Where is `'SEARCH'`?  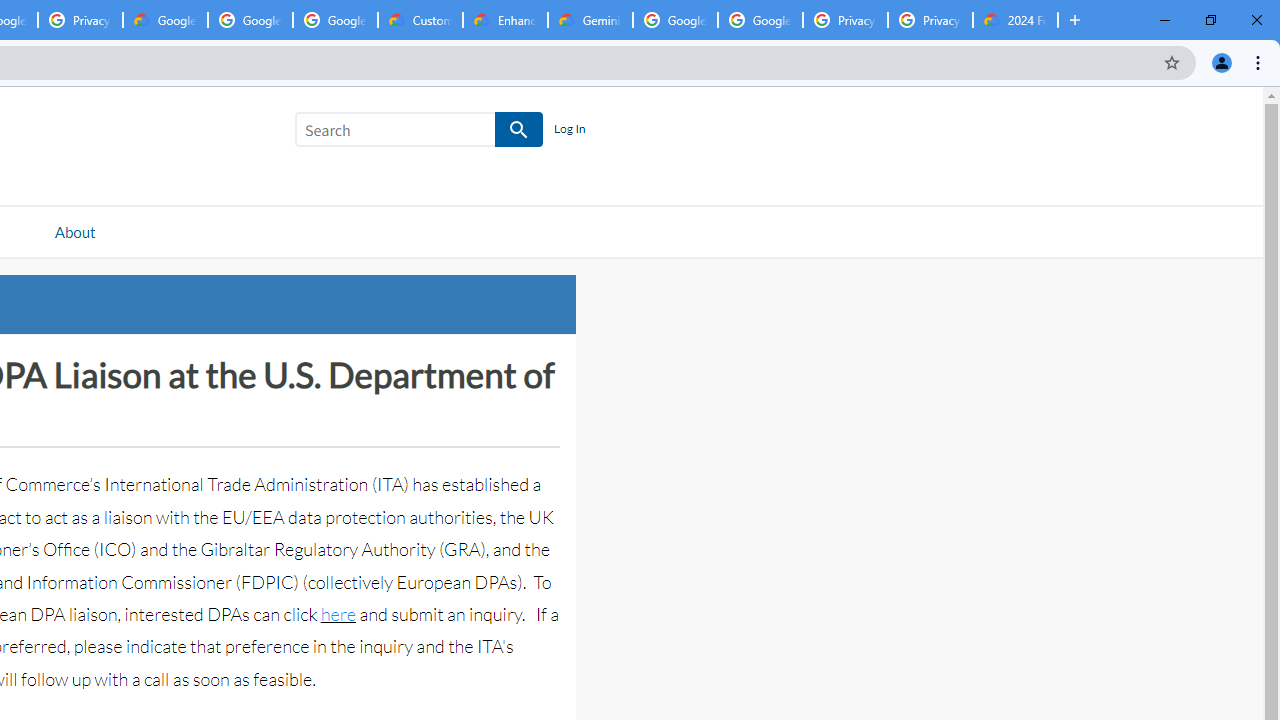 'SEARCH' is located at coordinates (519, 130).